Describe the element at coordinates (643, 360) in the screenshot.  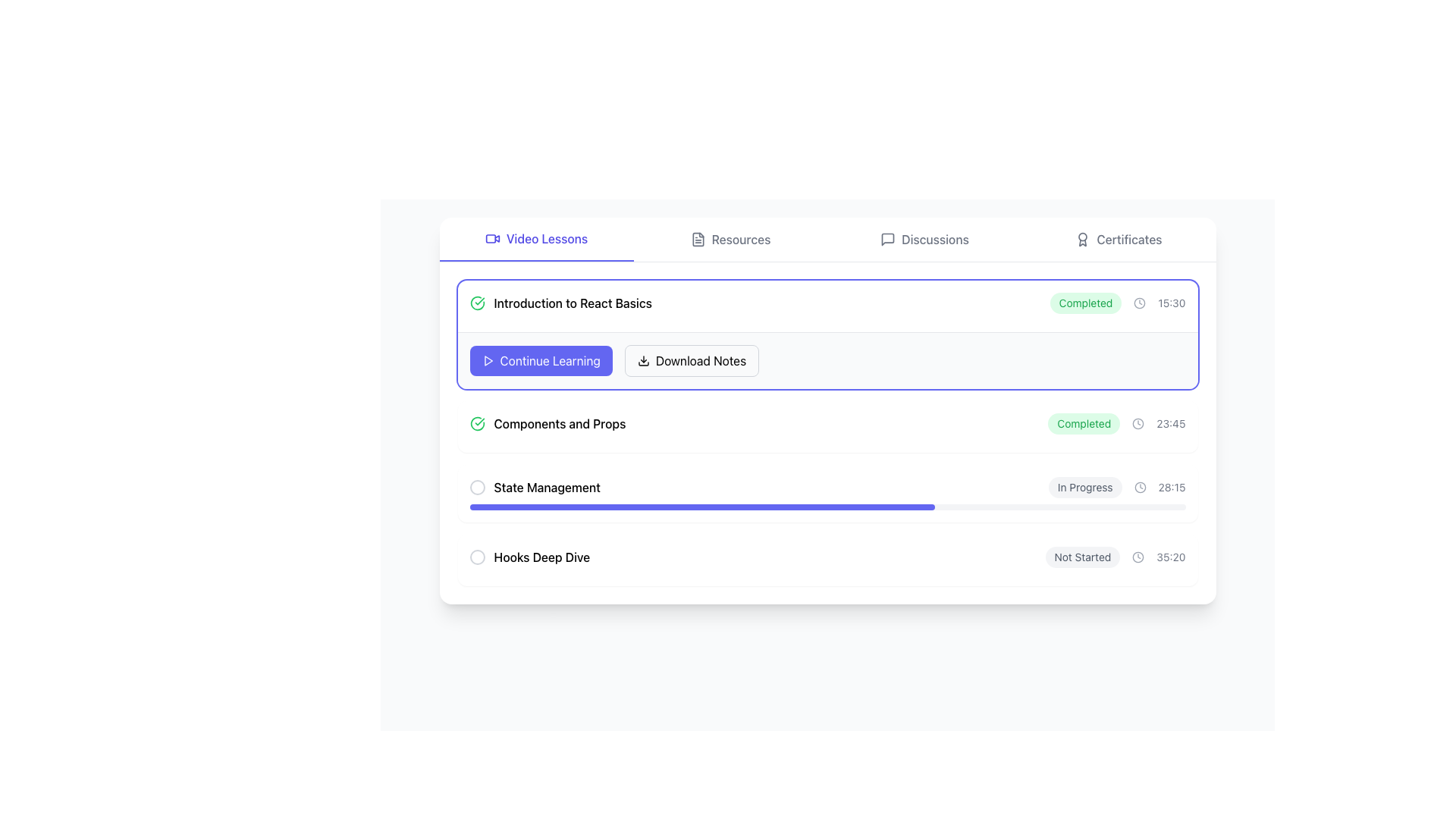
I see `the SVG download icon located to the left of the 'Download Notes' text in the 'Introduction to React Basics' section` at that location.